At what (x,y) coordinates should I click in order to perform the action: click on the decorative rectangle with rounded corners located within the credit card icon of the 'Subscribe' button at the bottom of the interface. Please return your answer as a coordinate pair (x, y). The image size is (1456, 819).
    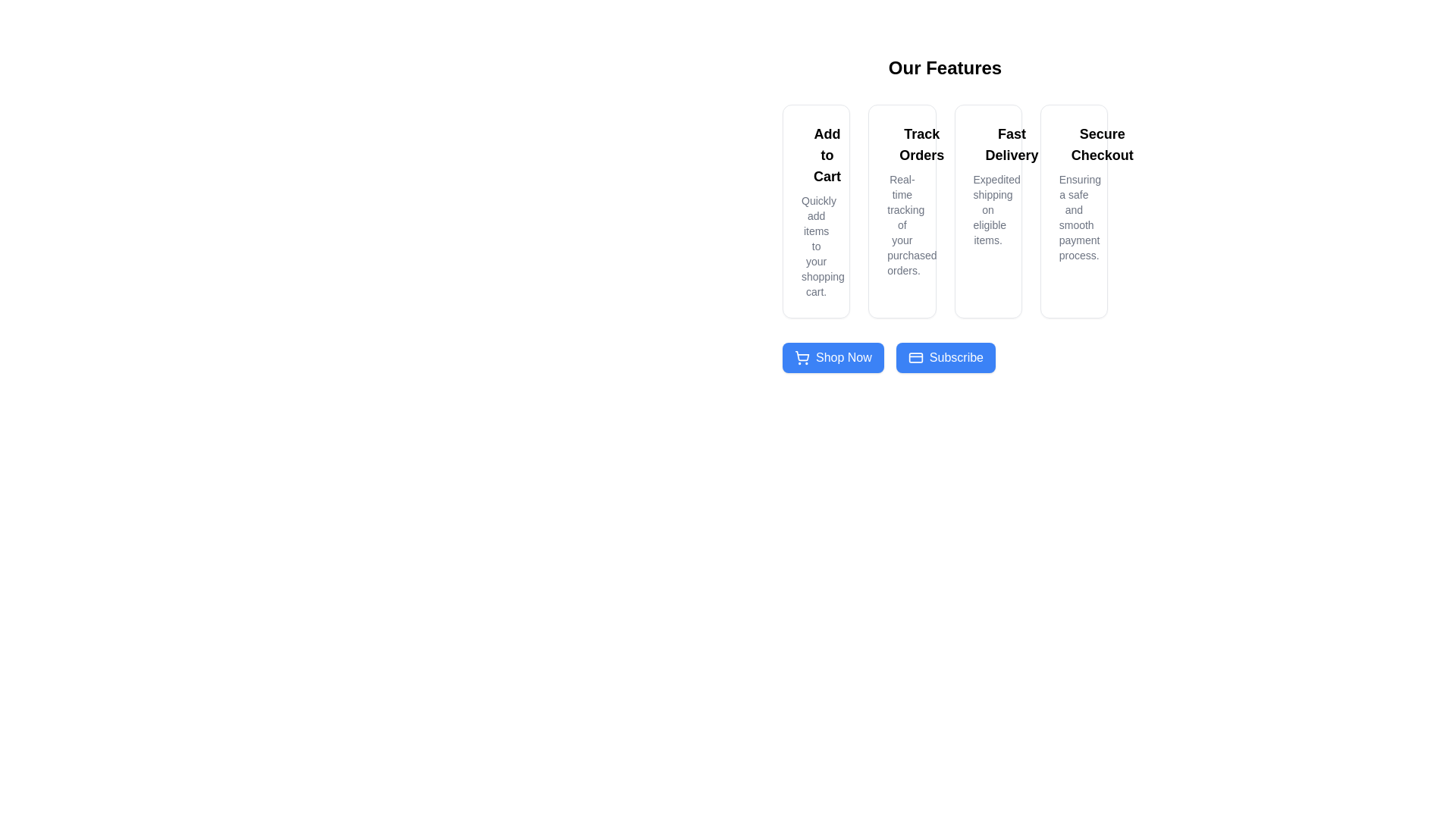
    Looking at the image, I should click on (915, 357).